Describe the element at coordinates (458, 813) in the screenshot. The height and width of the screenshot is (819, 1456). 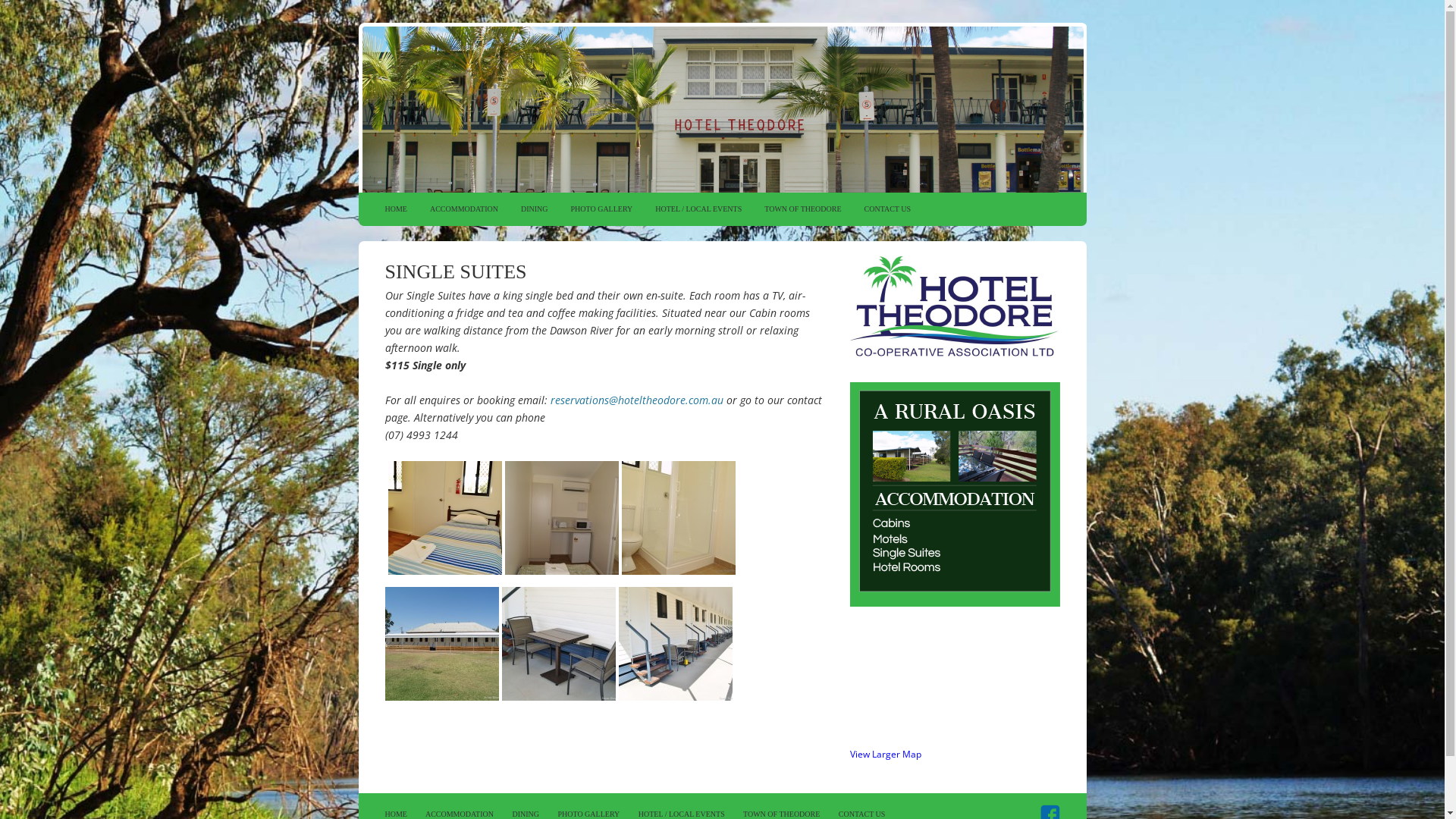
I see `'ACCOMMODATION'` at that location.